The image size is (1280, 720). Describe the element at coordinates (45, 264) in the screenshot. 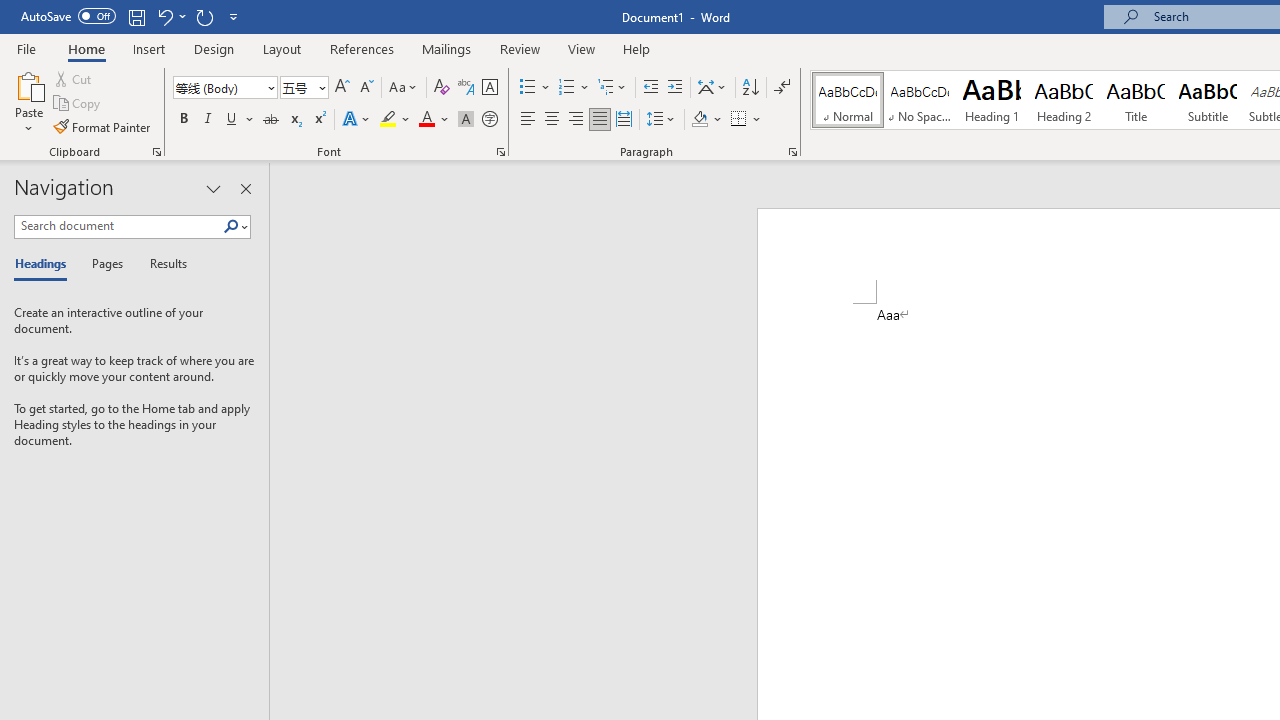

I see `'Headings'` at that location.